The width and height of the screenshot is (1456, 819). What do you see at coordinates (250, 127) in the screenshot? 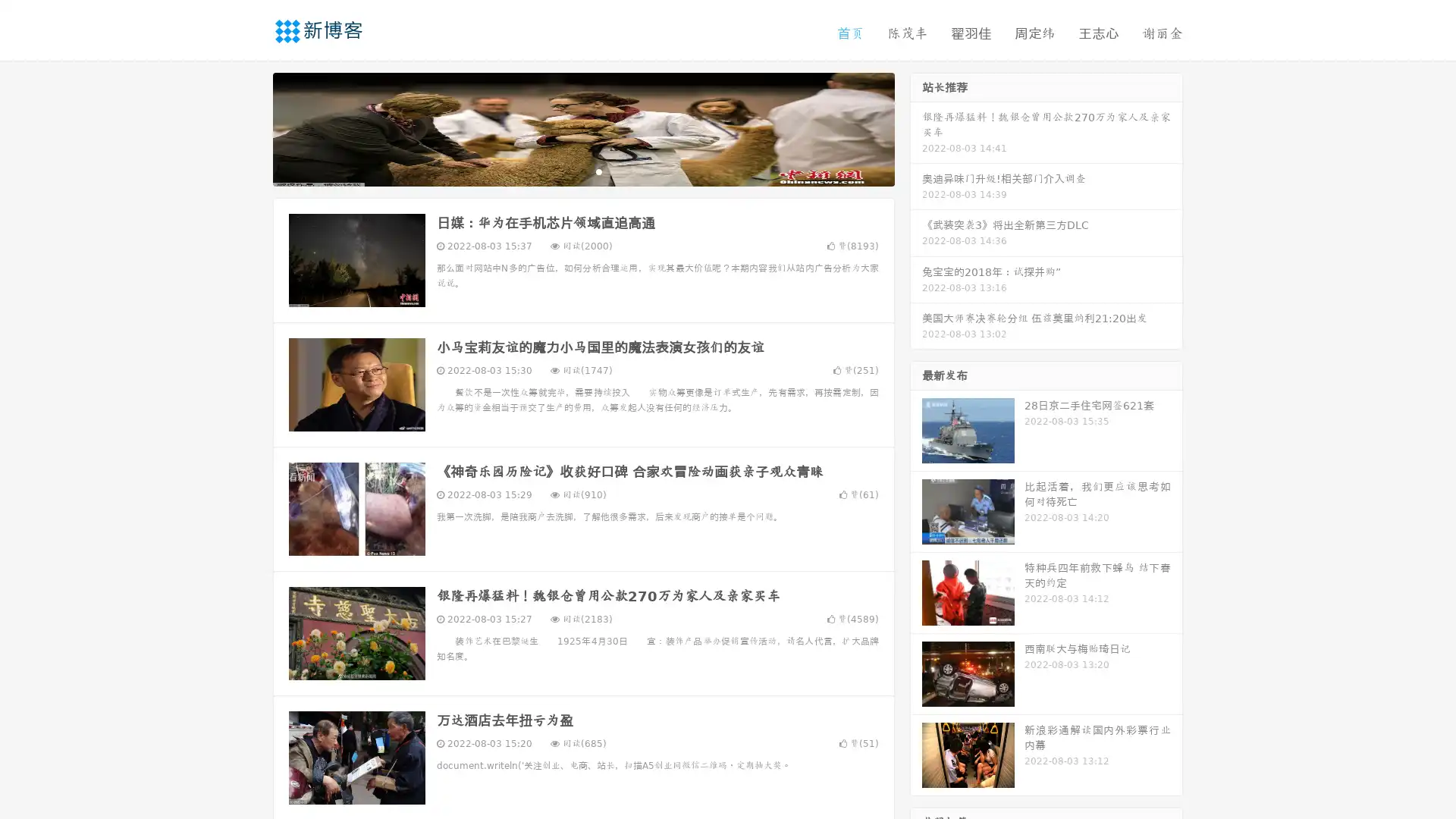
I see `Previous slide` at bounding box center [250, 127].